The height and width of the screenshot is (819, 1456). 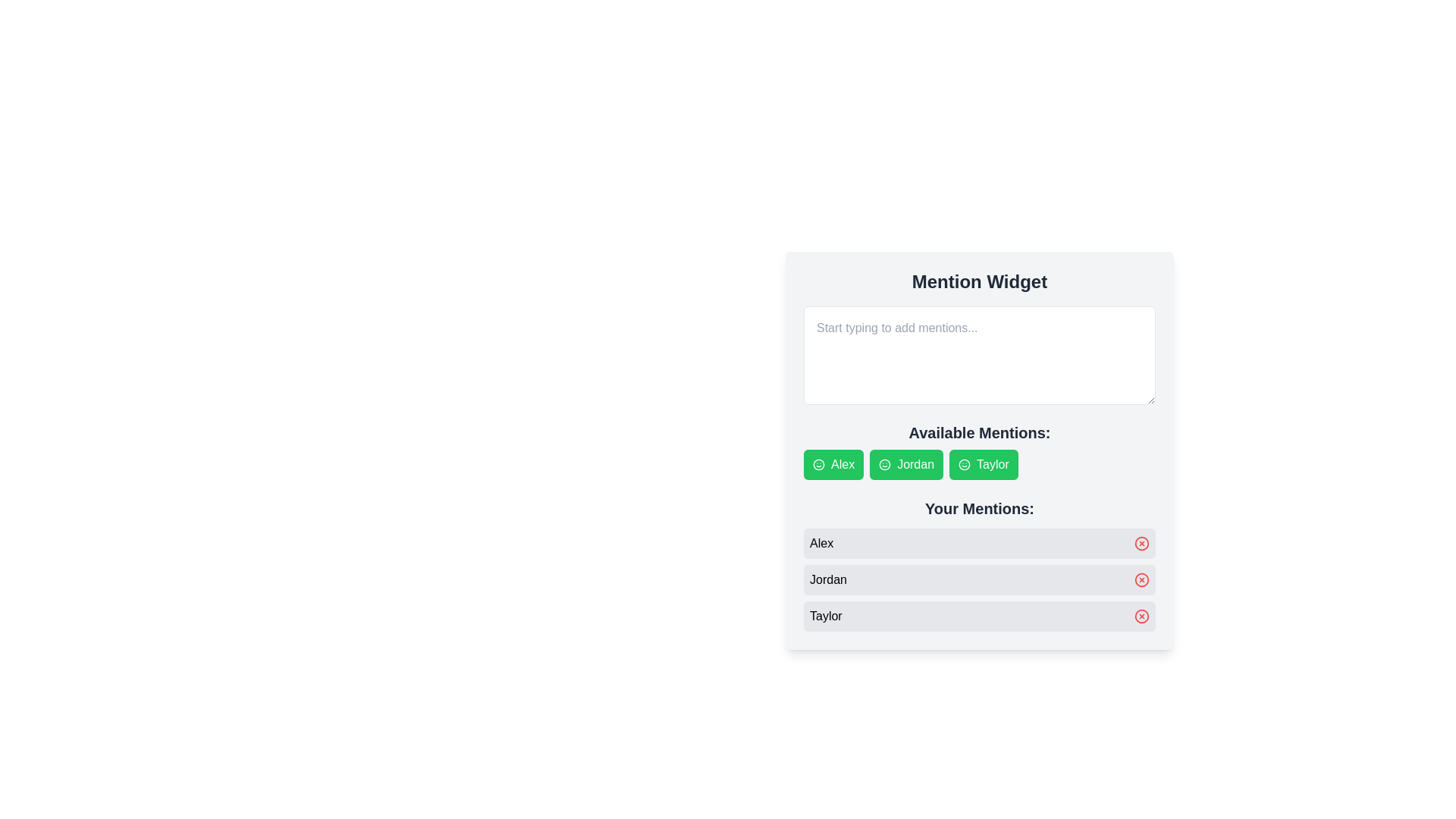 What do you see at coordinates (818, 464) in the screenshot?
I see `SVG component (circle) within the green button labeled 'Alex' in the 'Available Mentions' section by opening developer tools` at bounding box center [818, 464].